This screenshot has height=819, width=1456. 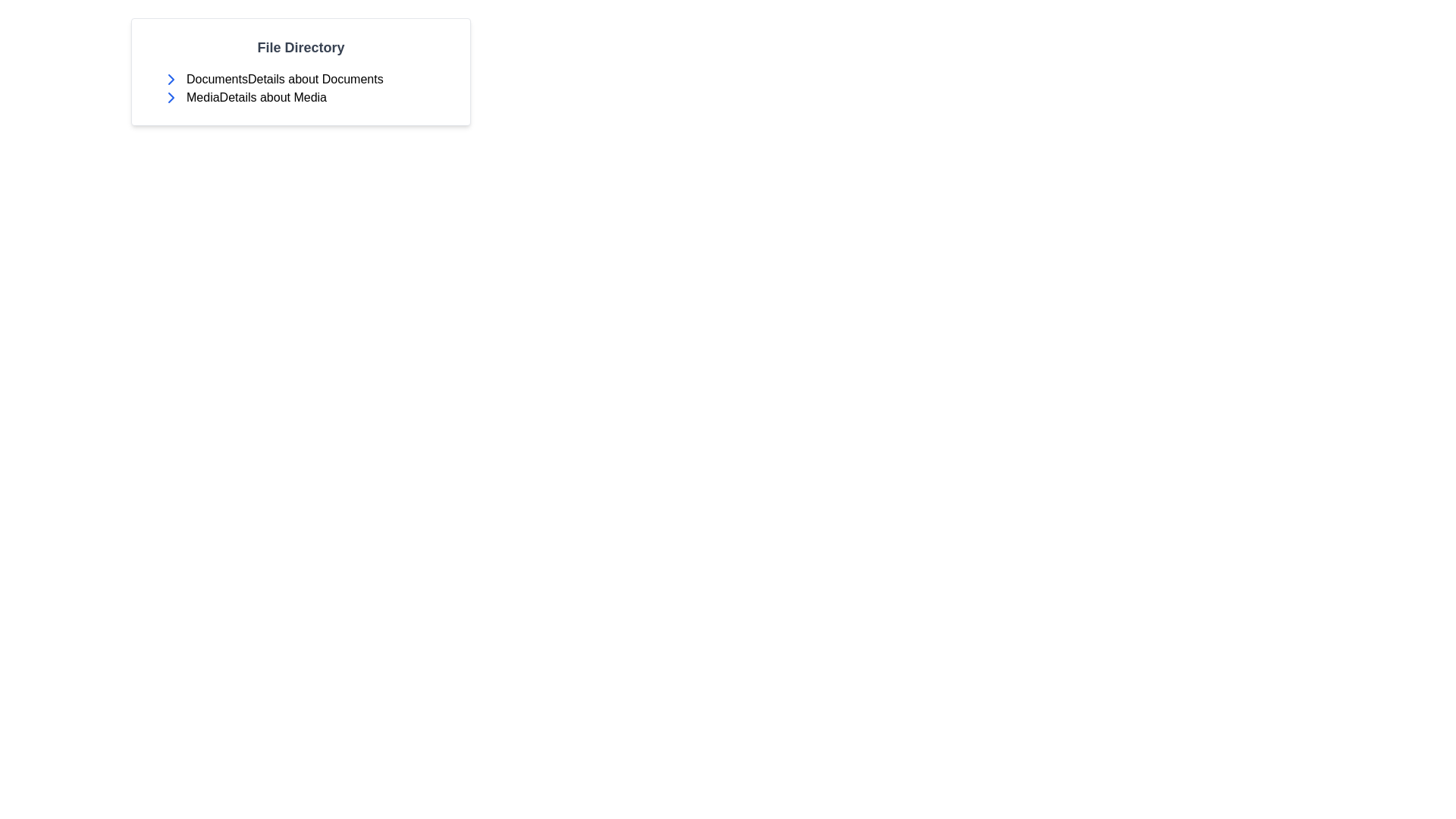 I want to click on the first item, so click(x=306, y=79).